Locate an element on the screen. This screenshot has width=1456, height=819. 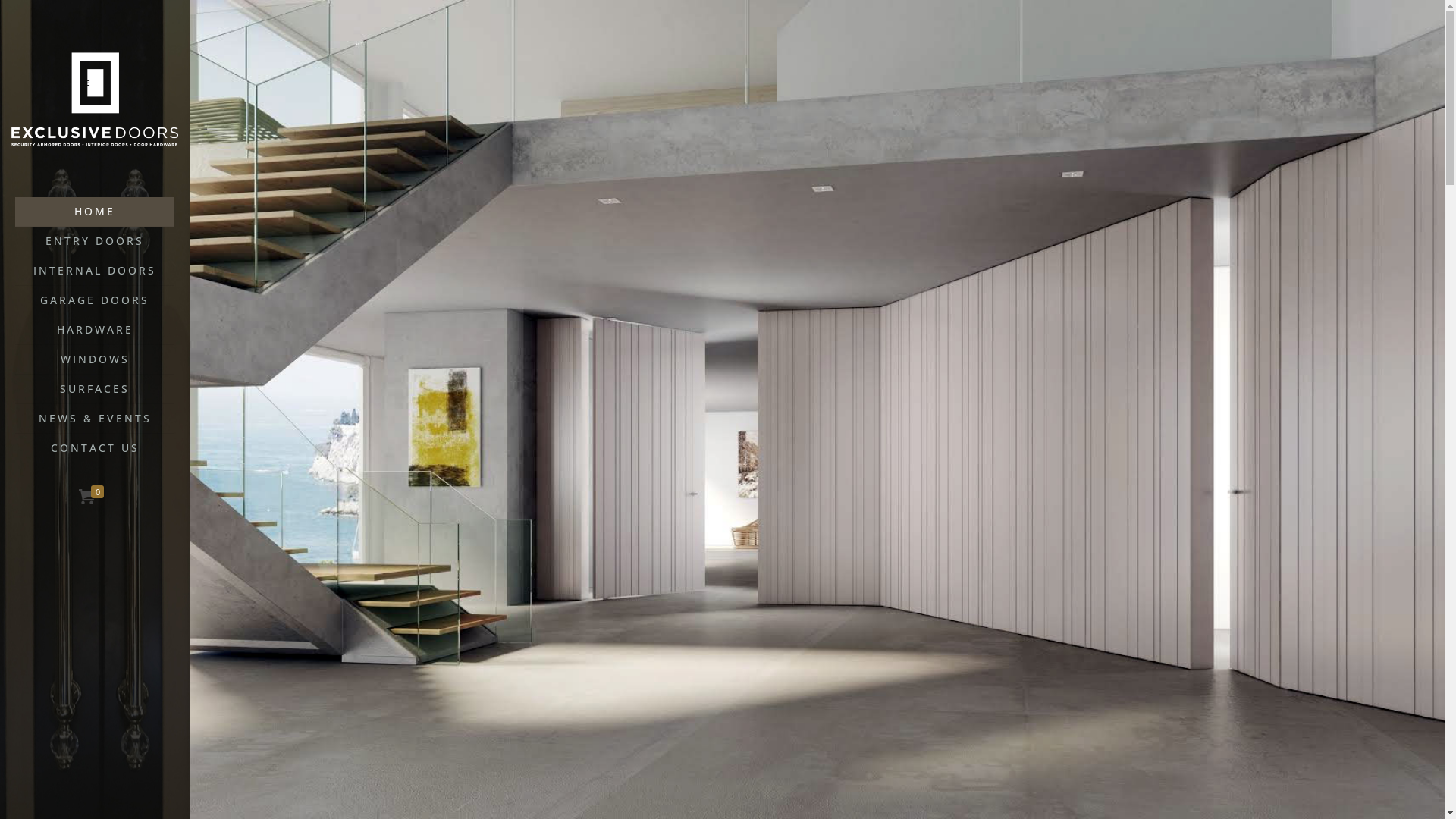
'HARDWARE' is located at coordinates (93, 329).